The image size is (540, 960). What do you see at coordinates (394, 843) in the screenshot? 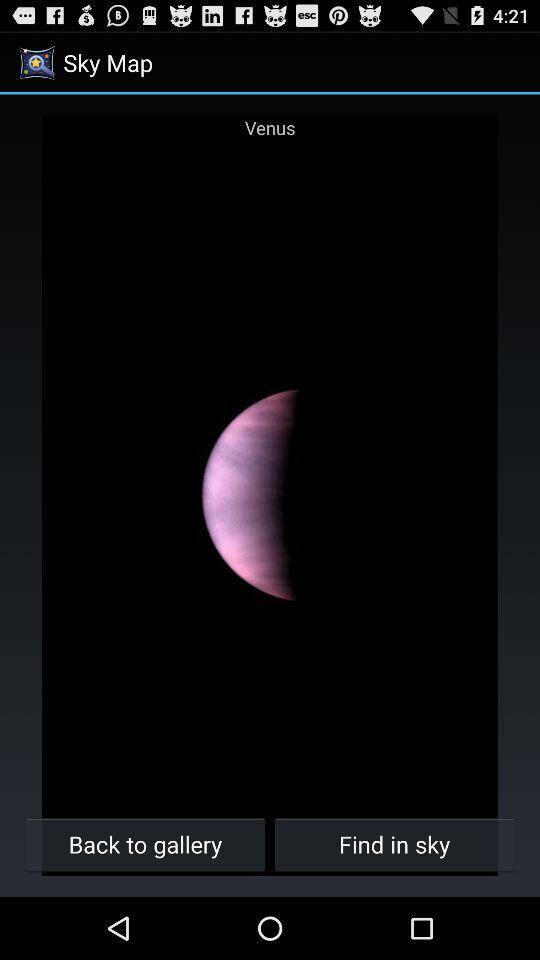
I see `the find in sky icon` at bounding box center [394, 843].